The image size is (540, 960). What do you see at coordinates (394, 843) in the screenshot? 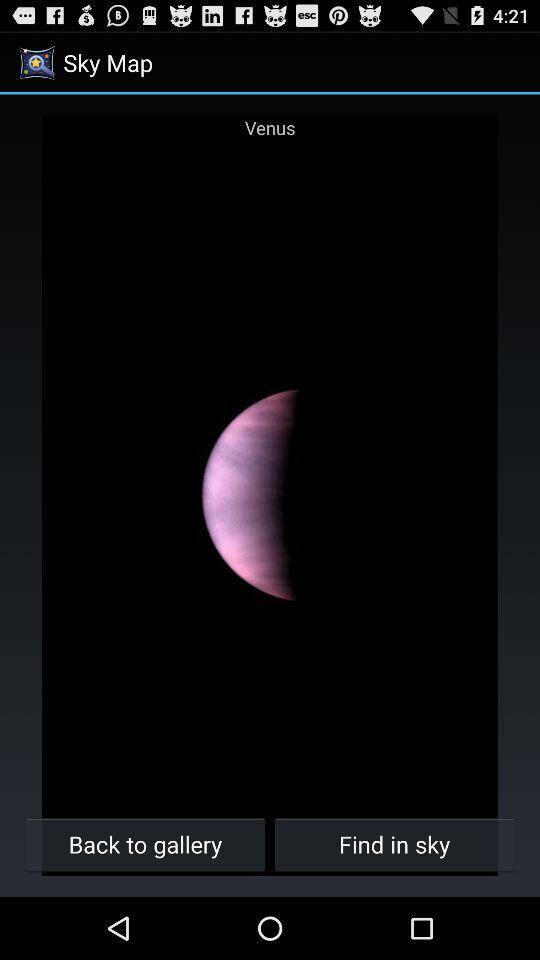
I see `the find in sky icon` at bounding box center [394, 843].